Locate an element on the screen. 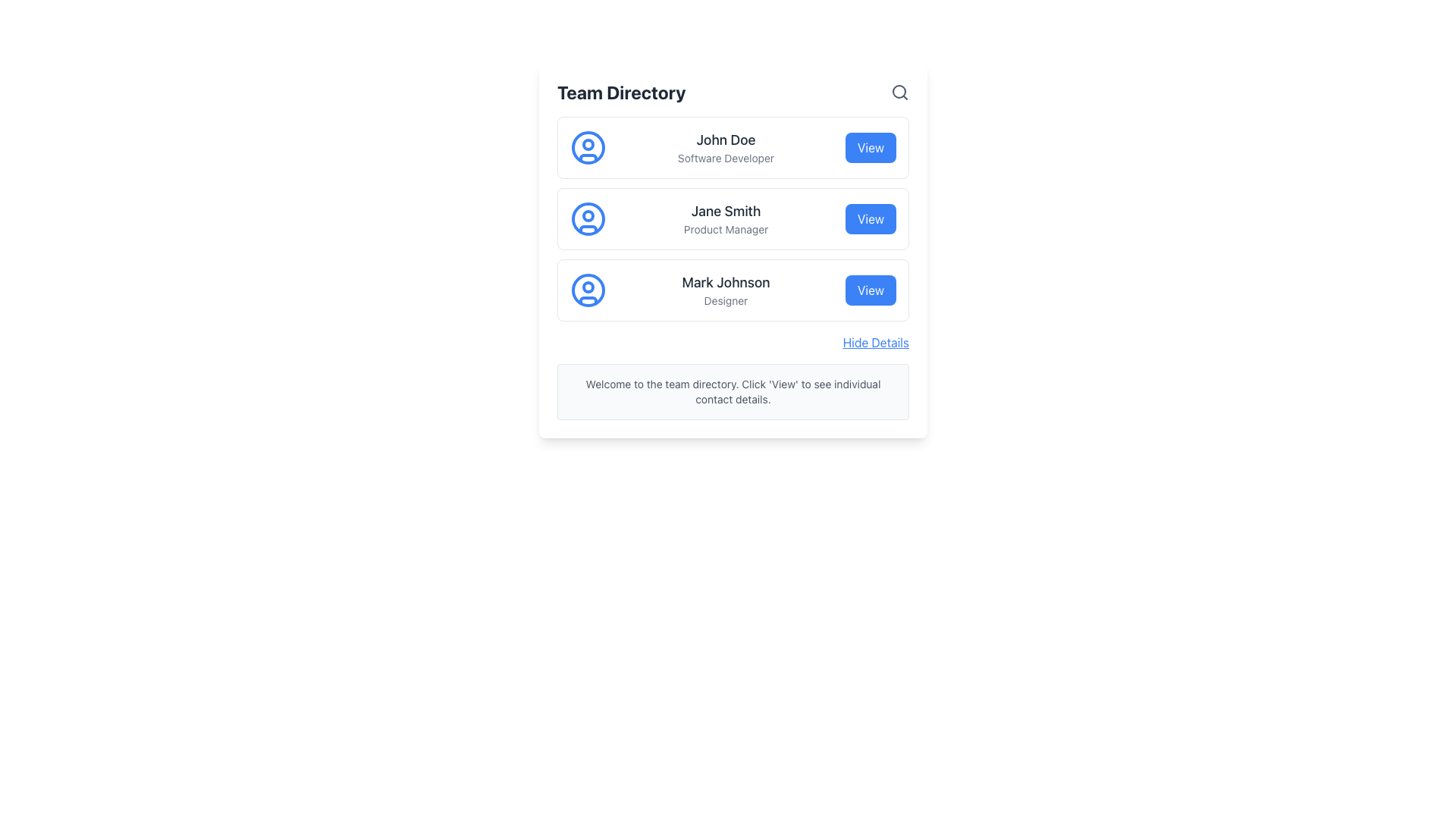 The width and height of the screenshot is (1456, 819). the clickable text link that reads 'Hide Details', which is styled in blue with an underline is located at coordinates (876, 342).